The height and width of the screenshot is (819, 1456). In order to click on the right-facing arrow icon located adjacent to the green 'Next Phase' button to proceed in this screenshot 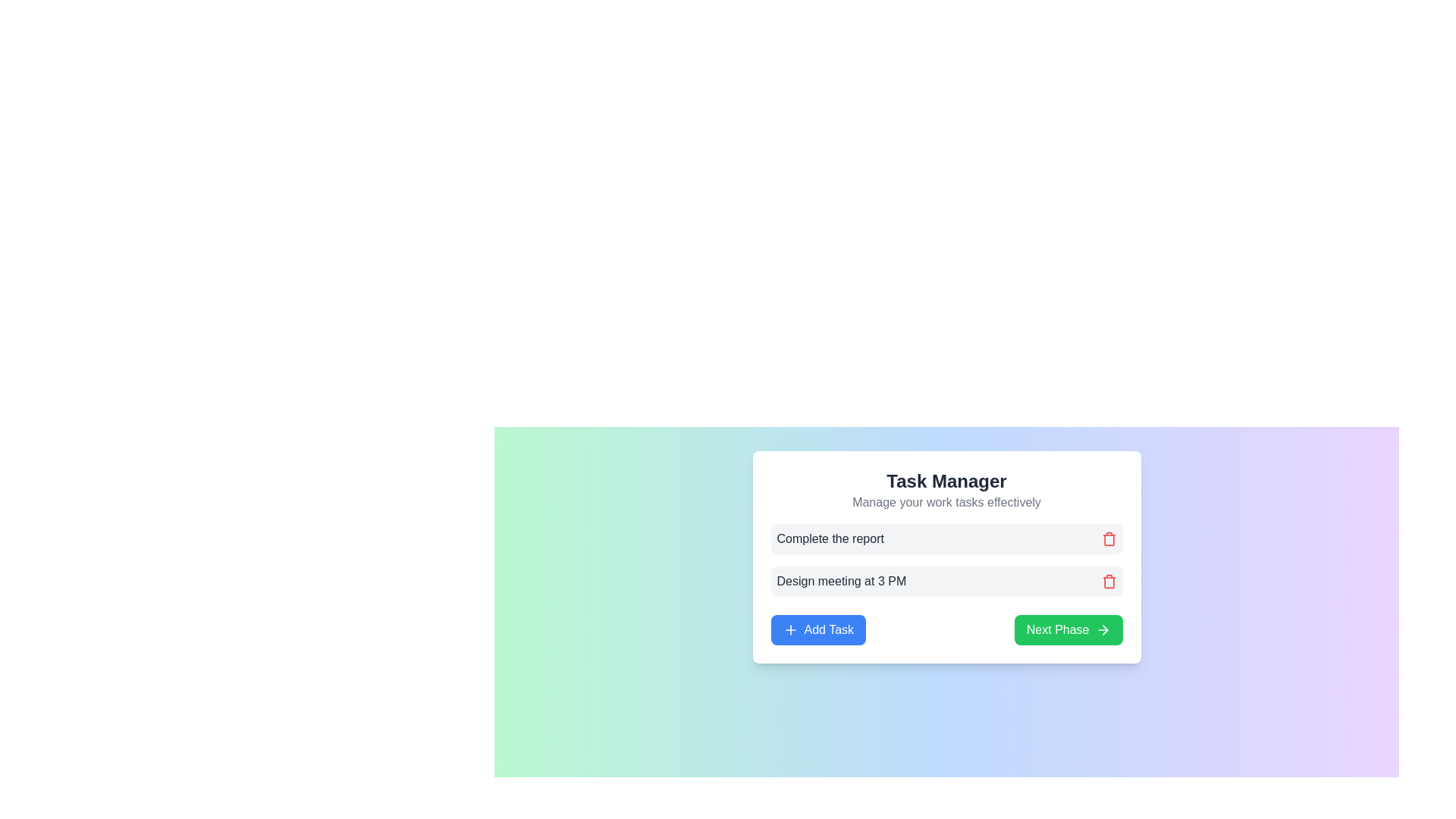, I will do `click(1103, 629)`.